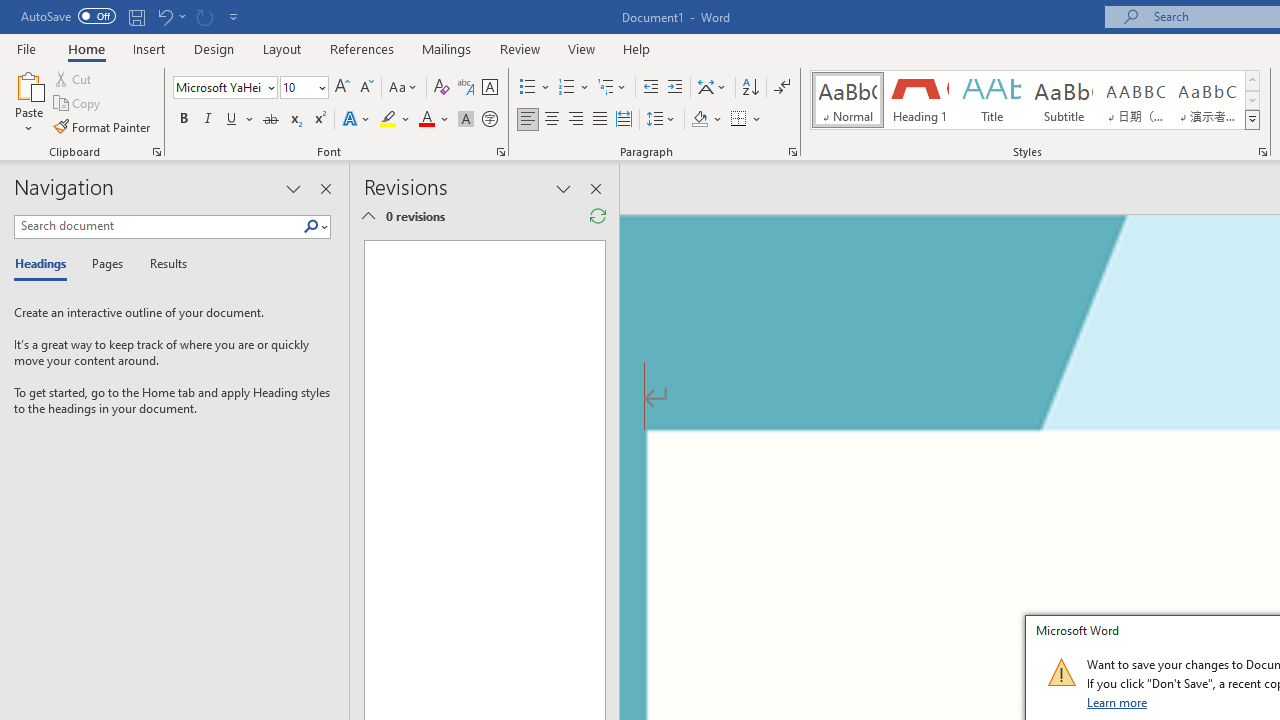 This screenshot has width=1280, height=720. What do you see at coordinates (675, 86) in the screenshot?
I see `'Increase Indent'` at bounding box center [675, 86].